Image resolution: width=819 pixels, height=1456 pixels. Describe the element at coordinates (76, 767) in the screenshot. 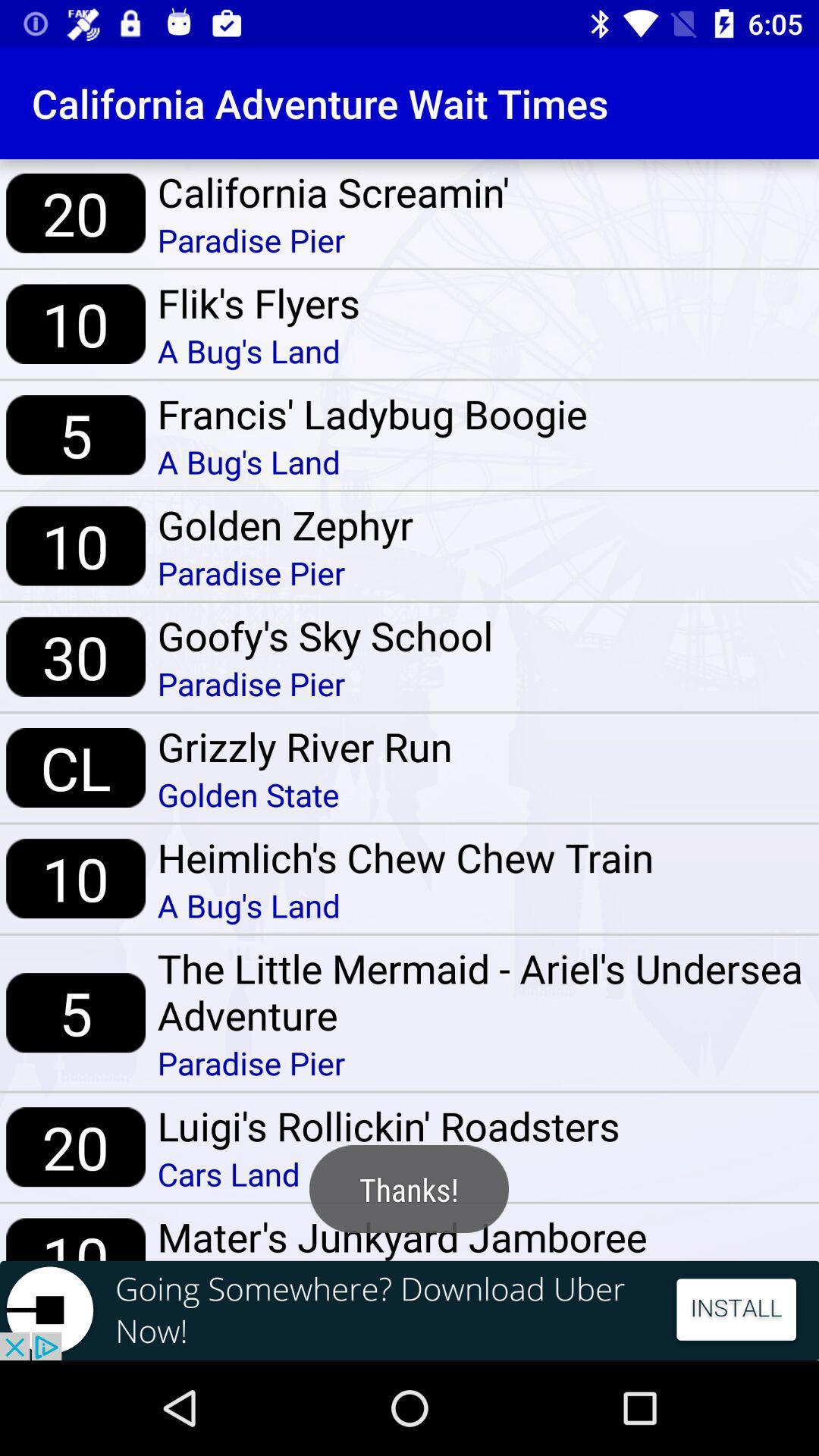

I see `item above the 10 item` at that location.